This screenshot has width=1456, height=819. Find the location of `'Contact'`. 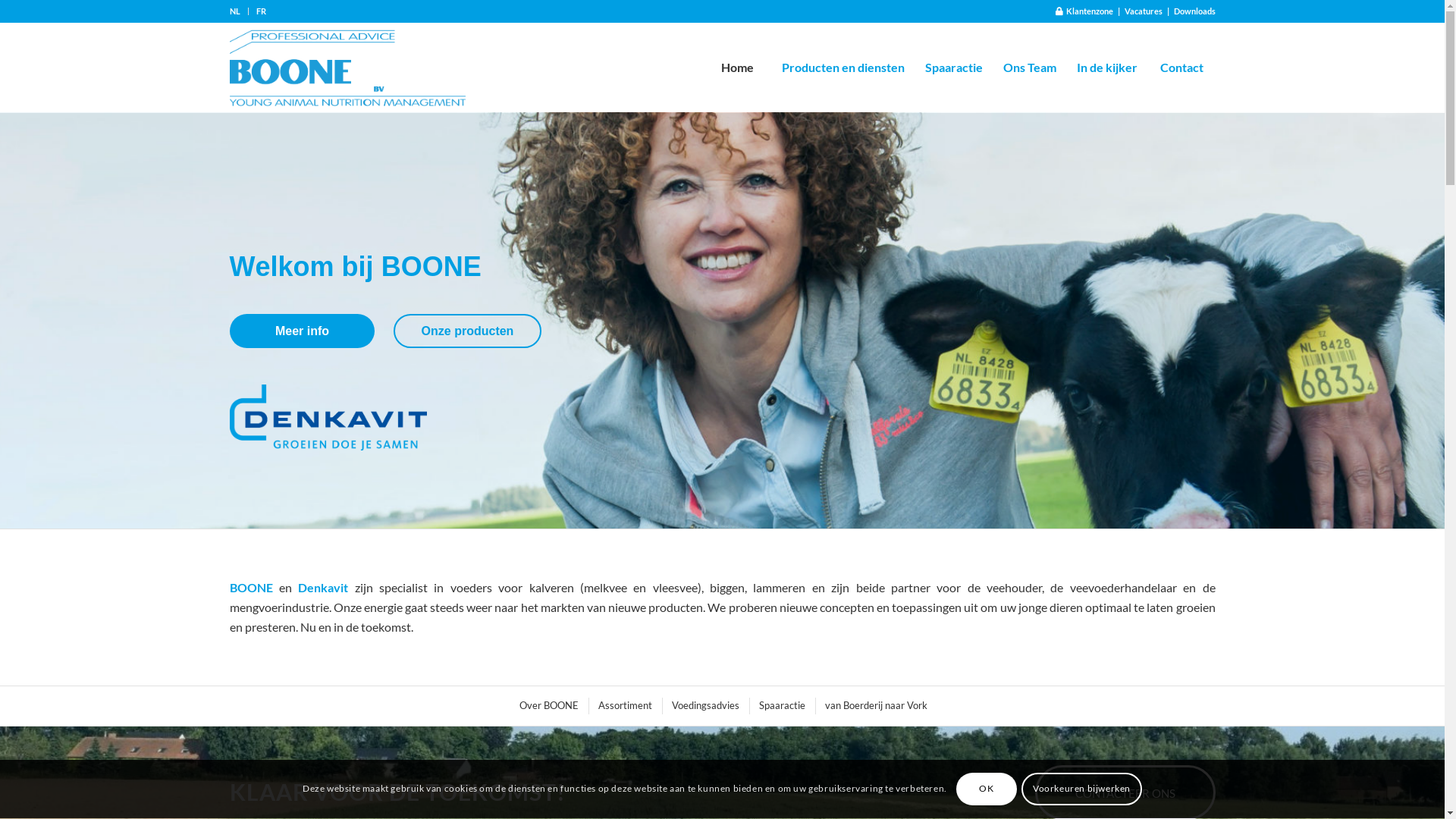

'Contact' is located at coordinates (1179, 66).